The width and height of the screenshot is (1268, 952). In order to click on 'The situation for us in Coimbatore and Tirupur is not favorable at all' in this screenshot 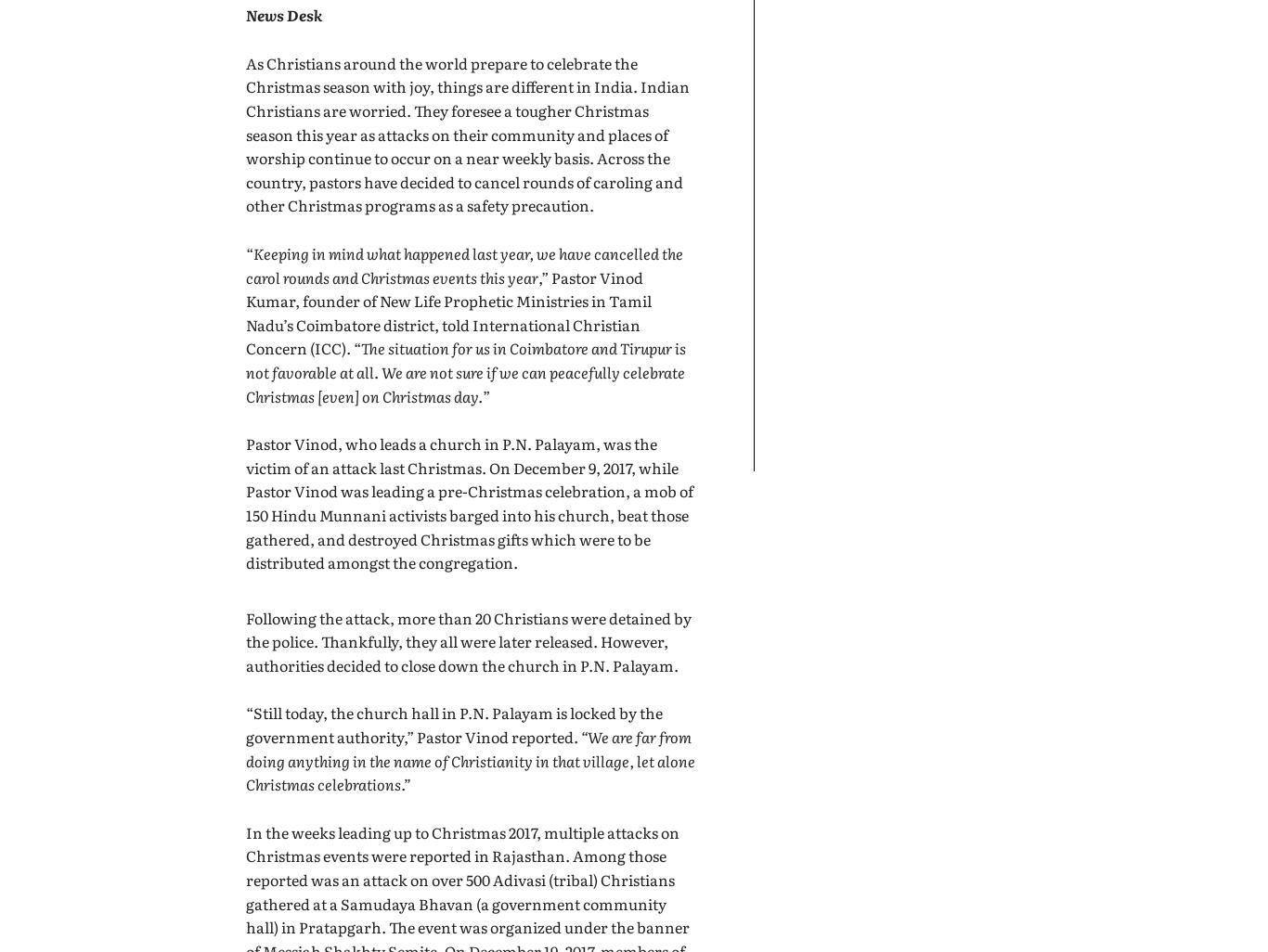, I will do `click(466, 358)`.